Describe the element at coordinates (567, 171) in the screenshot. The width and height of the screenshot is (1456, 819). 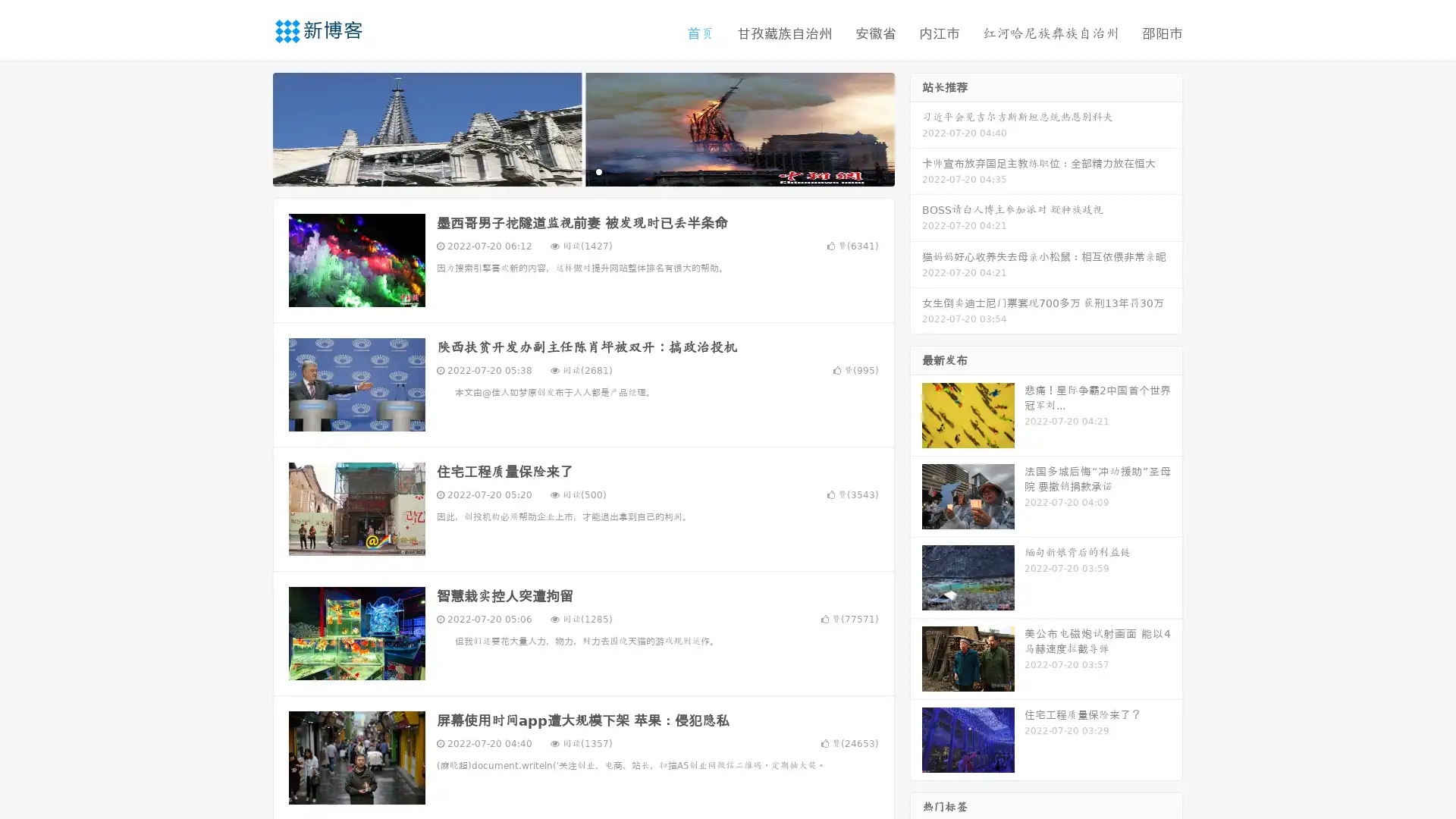
I see `Go to slide 1` at that location.